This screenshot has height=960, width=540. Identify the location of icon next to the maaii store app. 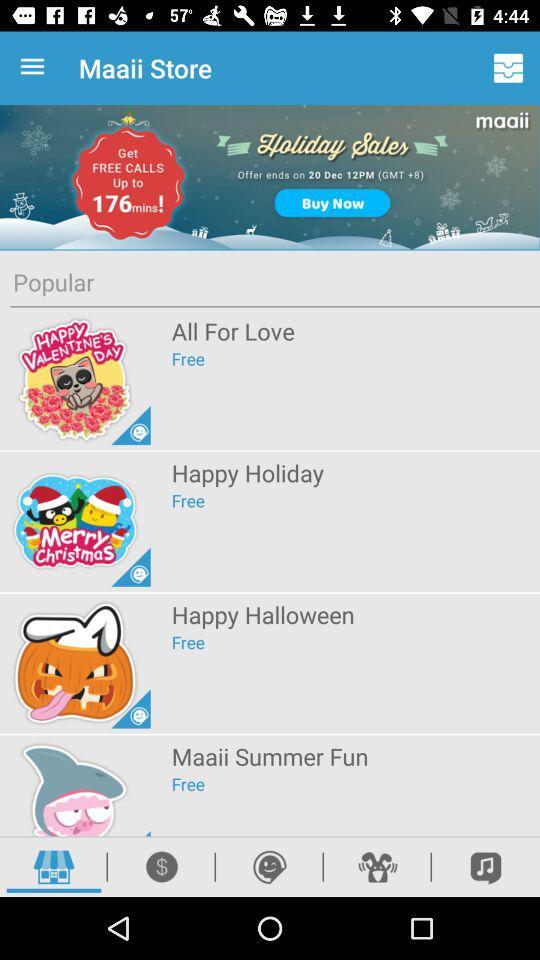
(36, 68).